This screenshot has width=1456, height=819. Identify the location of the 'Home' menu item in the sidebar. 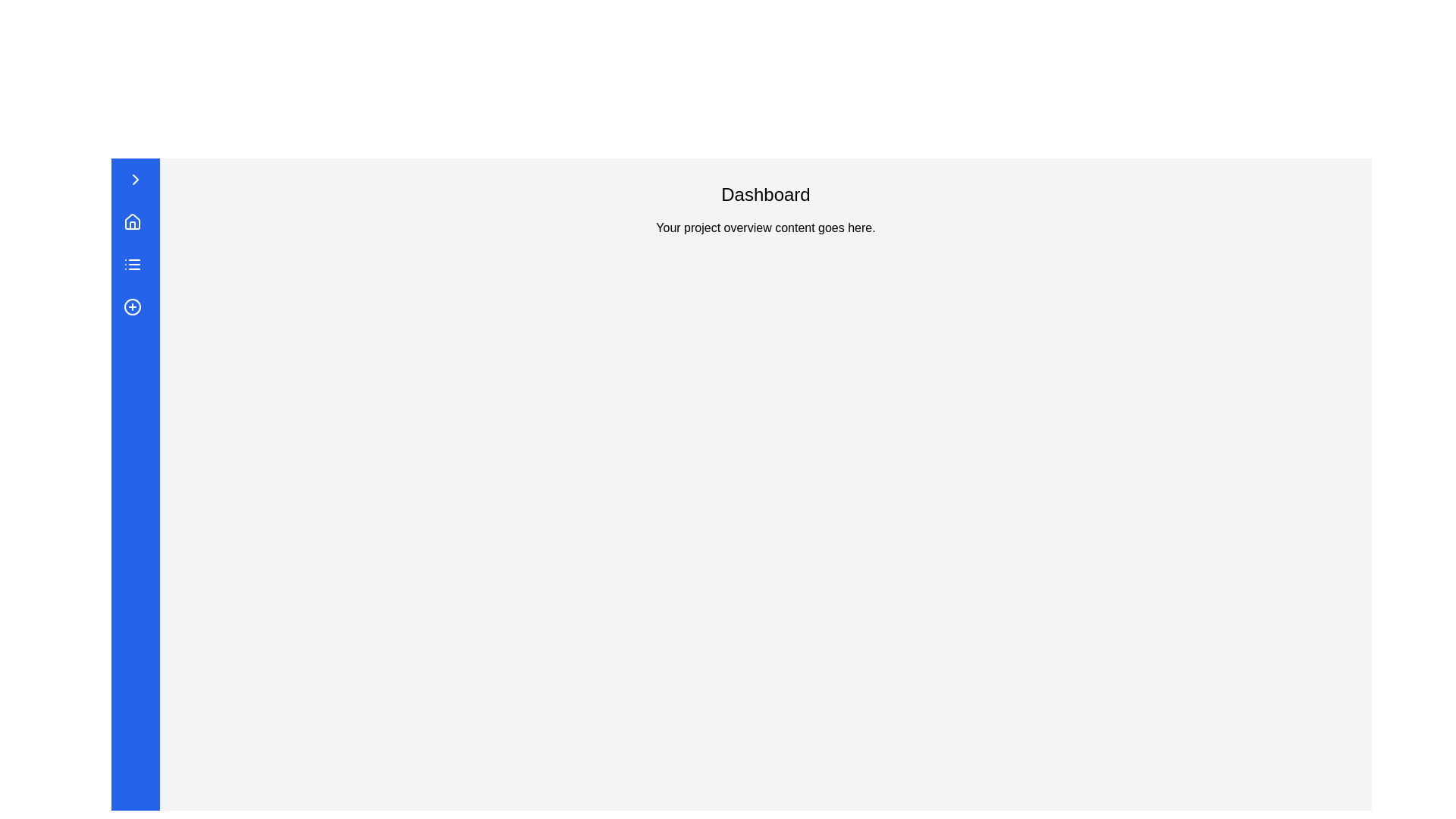
(132, 222).